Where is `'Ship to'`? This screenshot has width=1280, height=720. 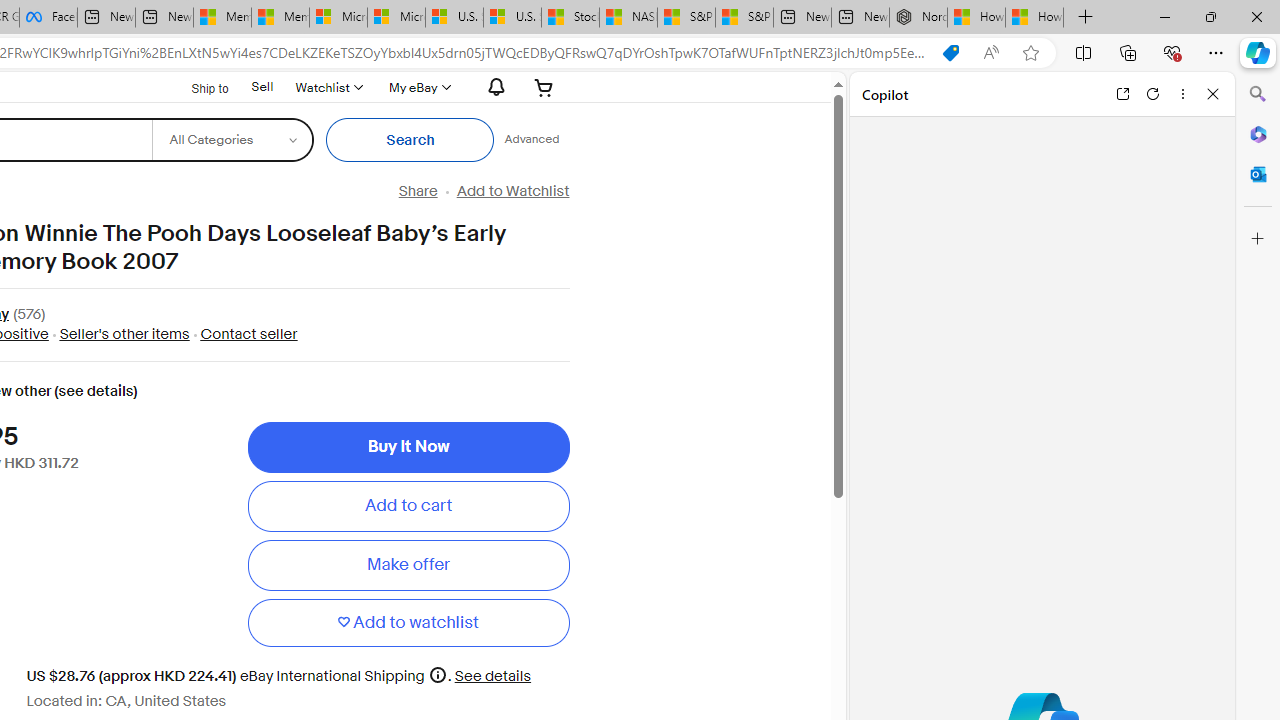 'Ship to' is located at coordinates (197, 87).